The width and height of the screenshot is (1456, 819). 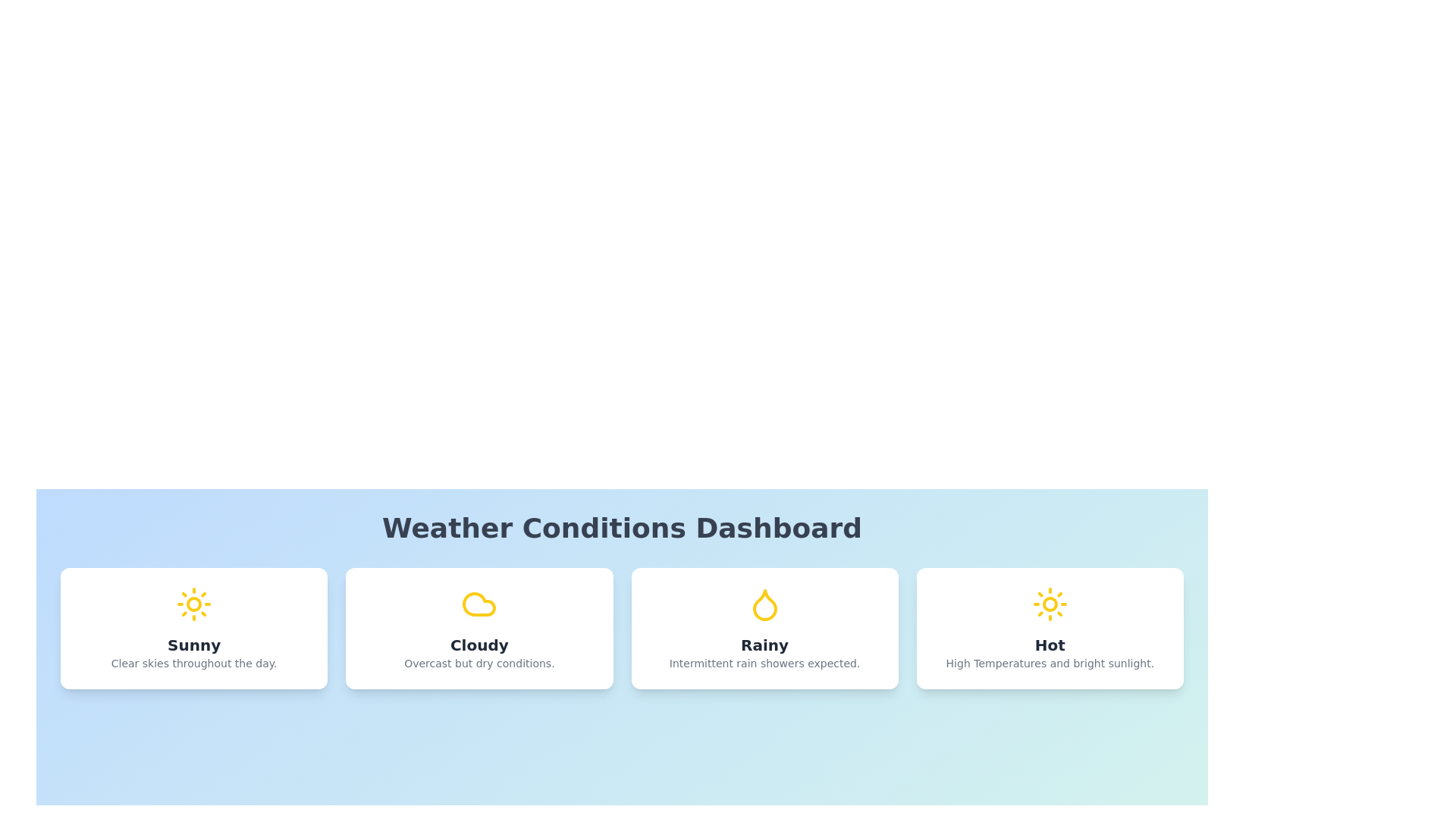 I want to click on keyboard navigation, so click(x=764, y=629).